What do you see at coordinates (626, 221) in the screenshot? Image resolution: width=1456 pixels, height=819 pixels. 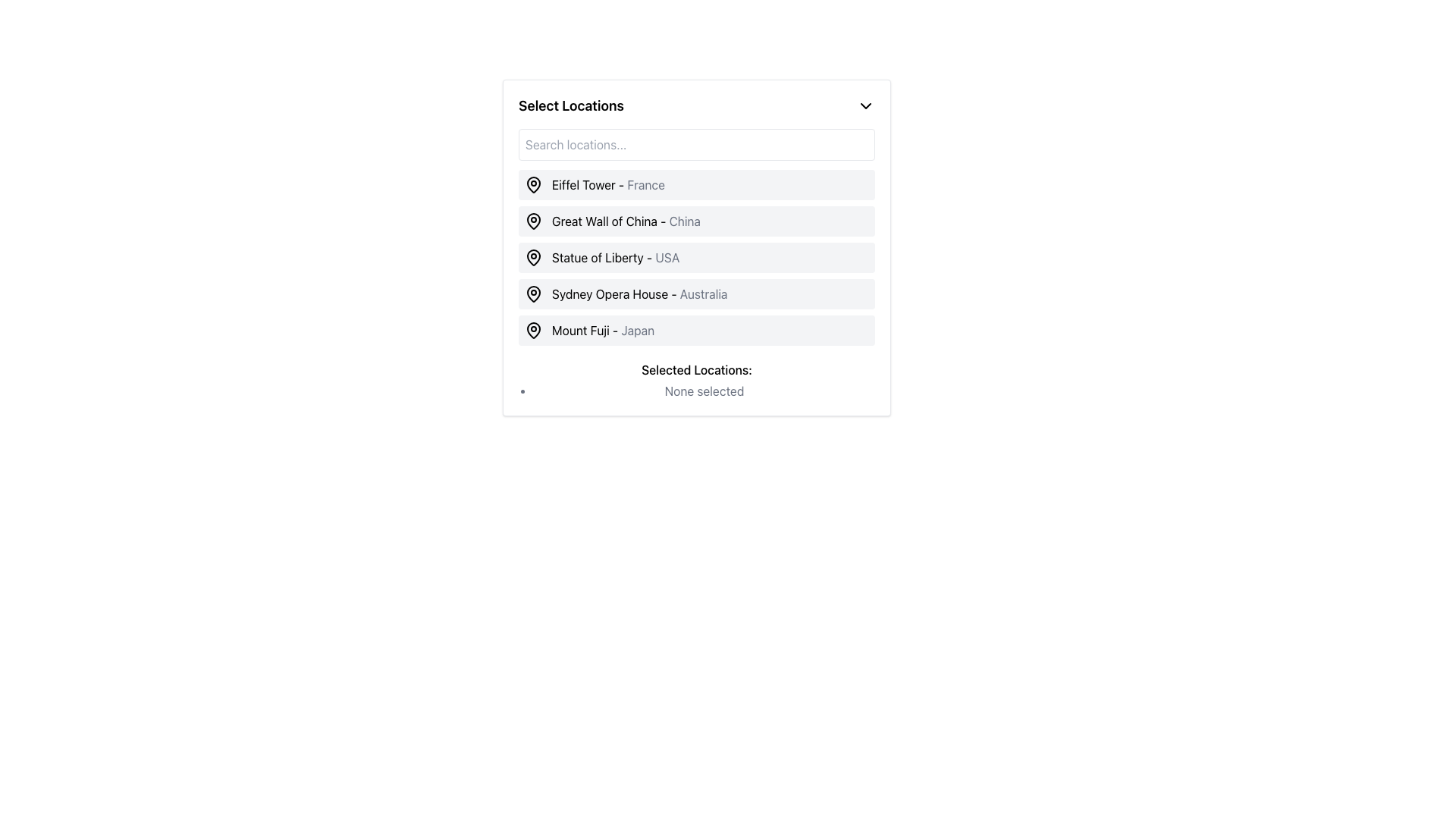 I see `the text 'Great Wall of China - China' in the second row of the location dropdown list` at bounding box center [626, 221].